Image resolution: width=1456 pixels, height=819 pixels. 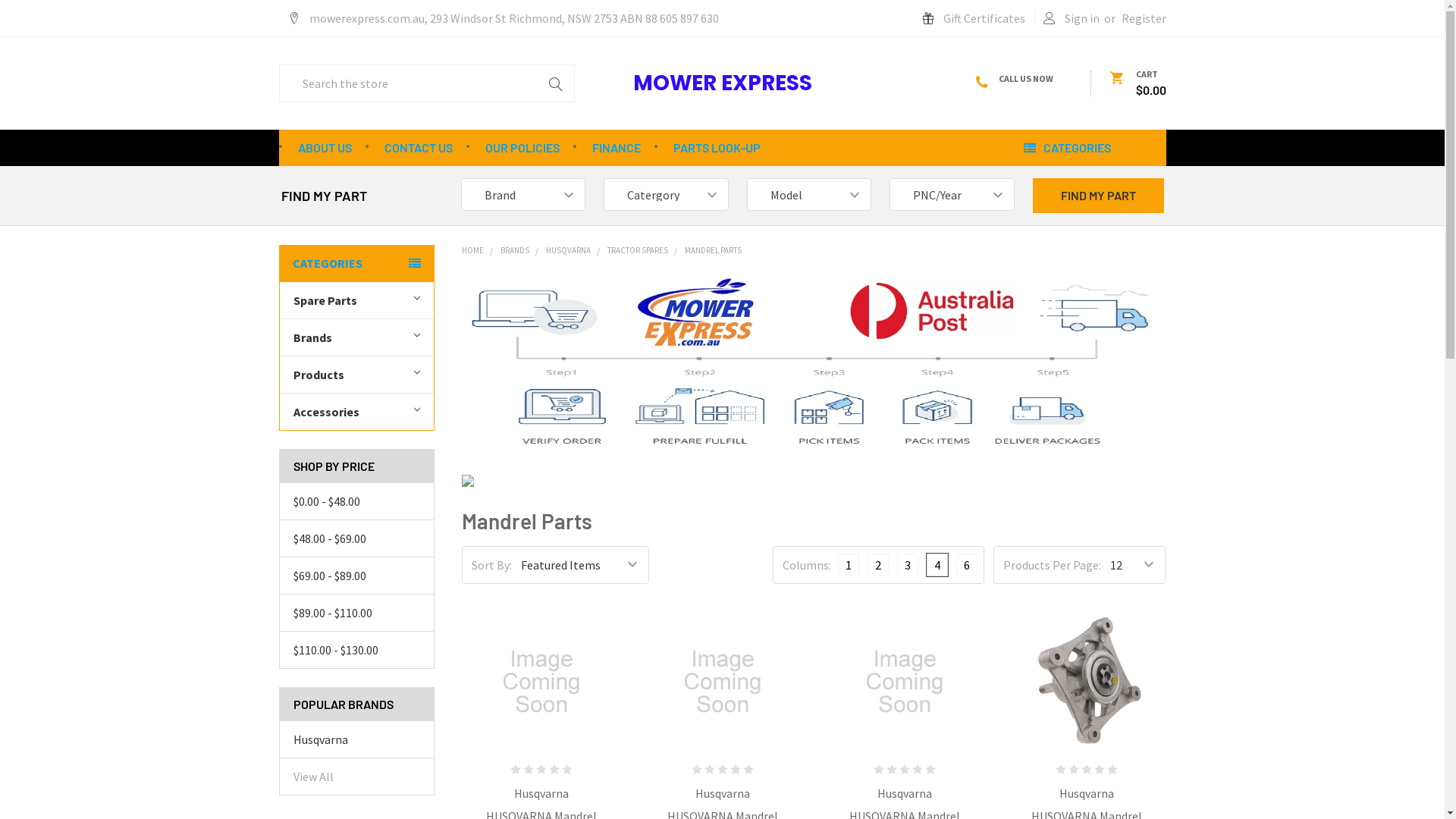 What do you see at coordinates (418, 148) in the screenshot?
I see `'CONTACT US'` at bounding box center [418, 148].